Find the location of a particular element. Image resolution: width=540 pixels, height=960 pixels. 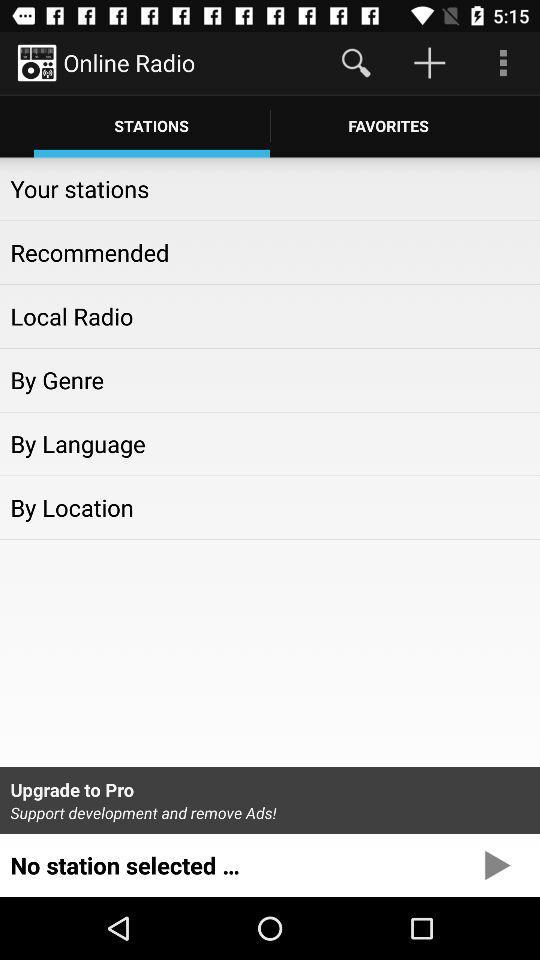

the play icon is located at coordinates (496, 926).